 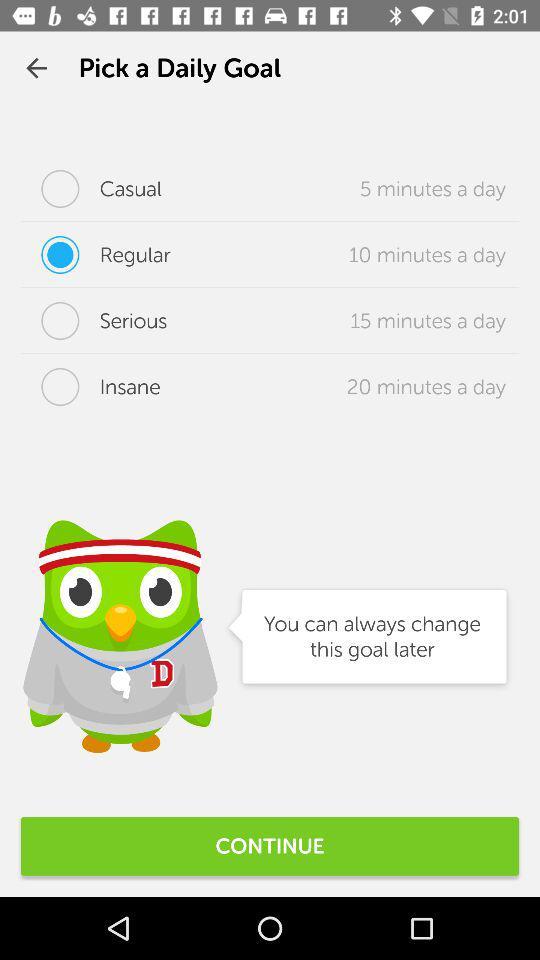 I want to click on the icon to the left of the 5 minutes a icon, so click(x=90, y=189).